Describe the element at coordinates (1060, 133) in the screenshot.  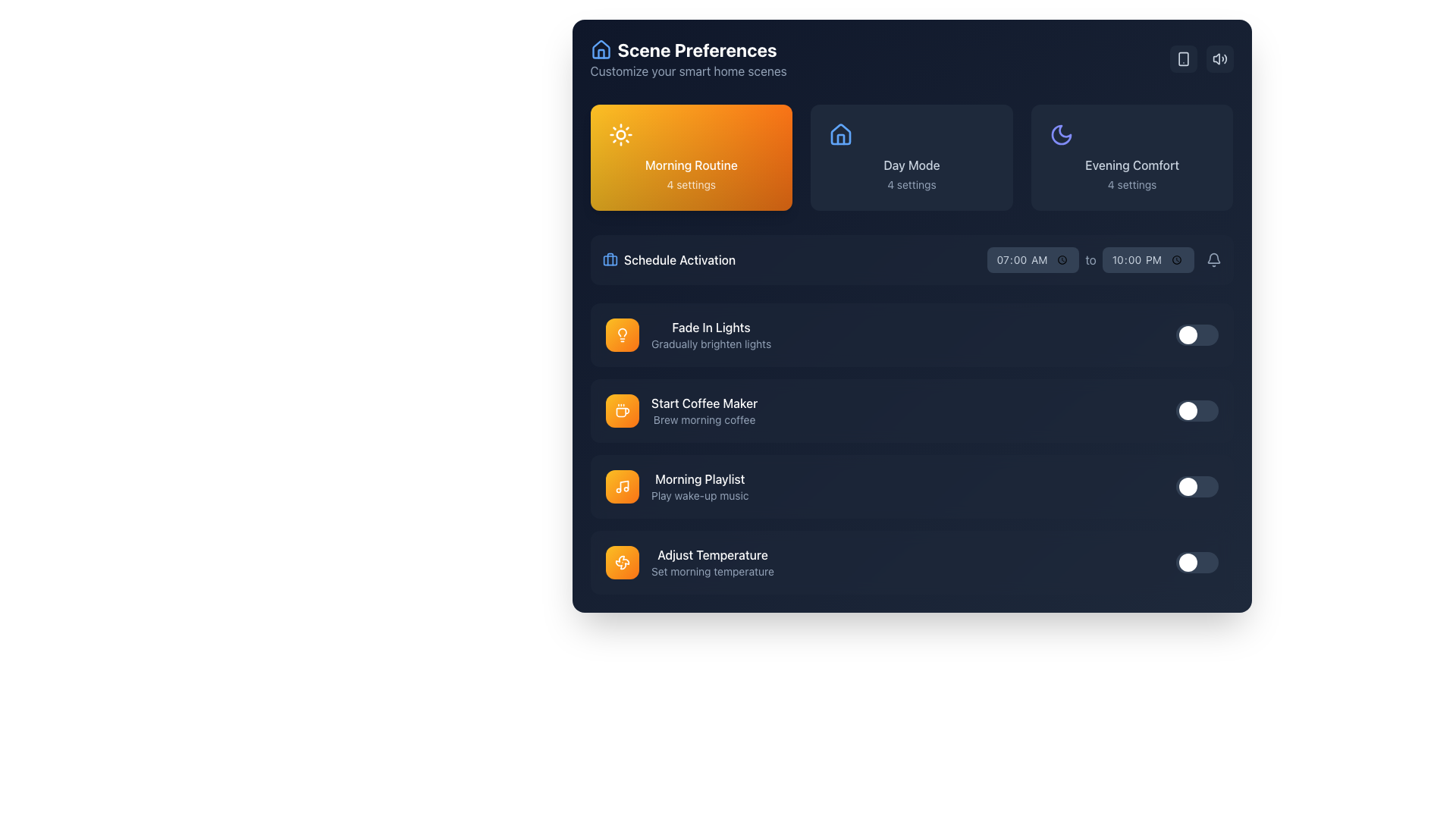
I see `the moon icon with a crescent shape and circular pattern, which is part of the 'Evening Comfort' card, located third from the left in the upper portion of the interface` at that location.